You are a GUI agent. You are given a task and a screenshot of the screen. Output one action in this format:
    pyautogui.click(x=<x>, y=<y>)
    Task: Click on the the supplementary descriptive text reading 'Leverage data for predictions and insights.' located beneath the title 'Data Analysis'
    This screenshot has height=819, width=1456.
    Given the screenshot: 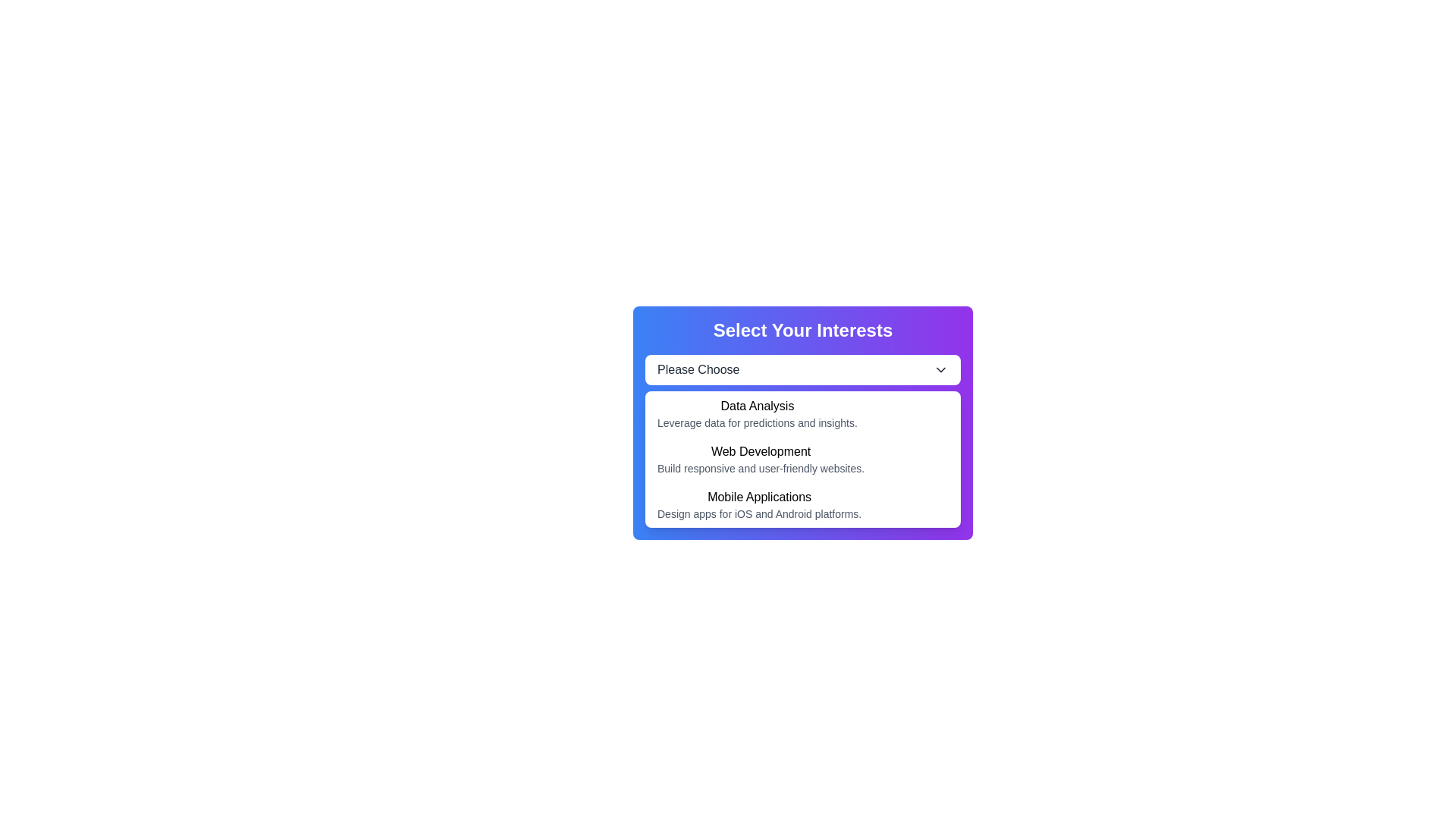 What is the action you would take?
    pyautogui.click(x=757, y=423)
    